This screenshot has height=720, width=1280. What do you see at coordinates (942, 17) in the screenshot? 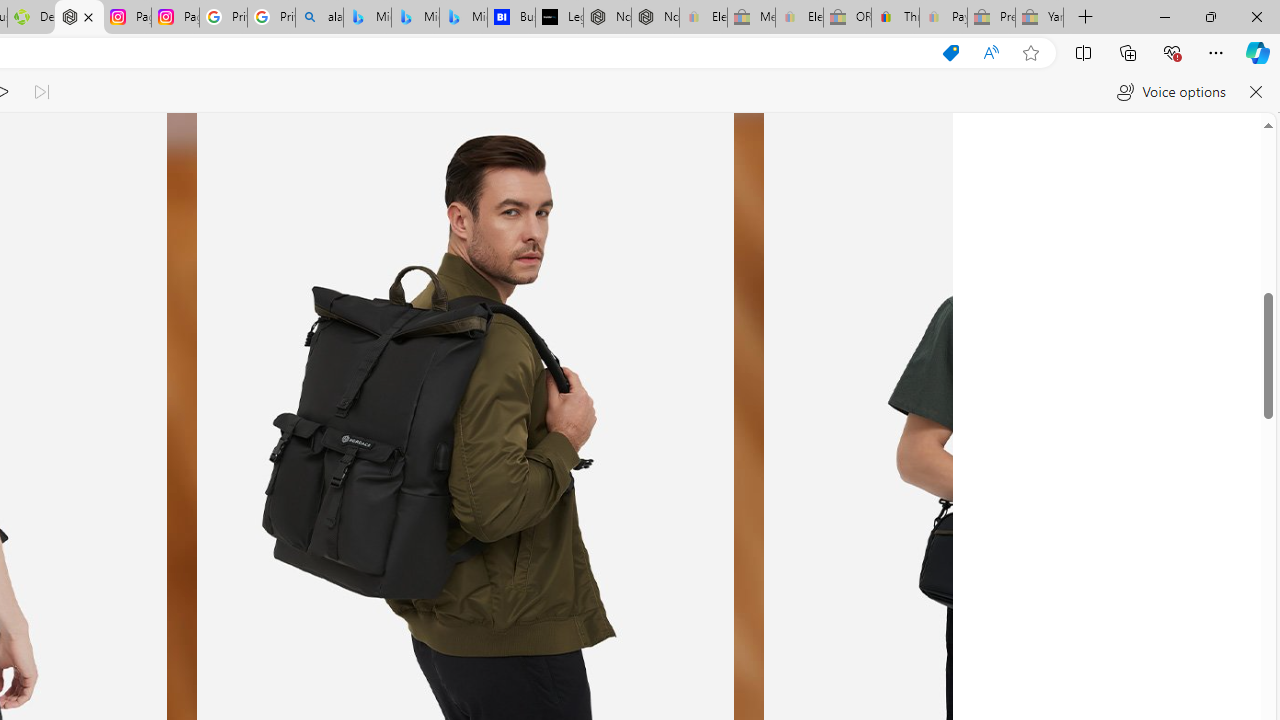
I see `'Payments Terms of Use | eBay.com - Sleeping'` at bounding box center [942, 17].